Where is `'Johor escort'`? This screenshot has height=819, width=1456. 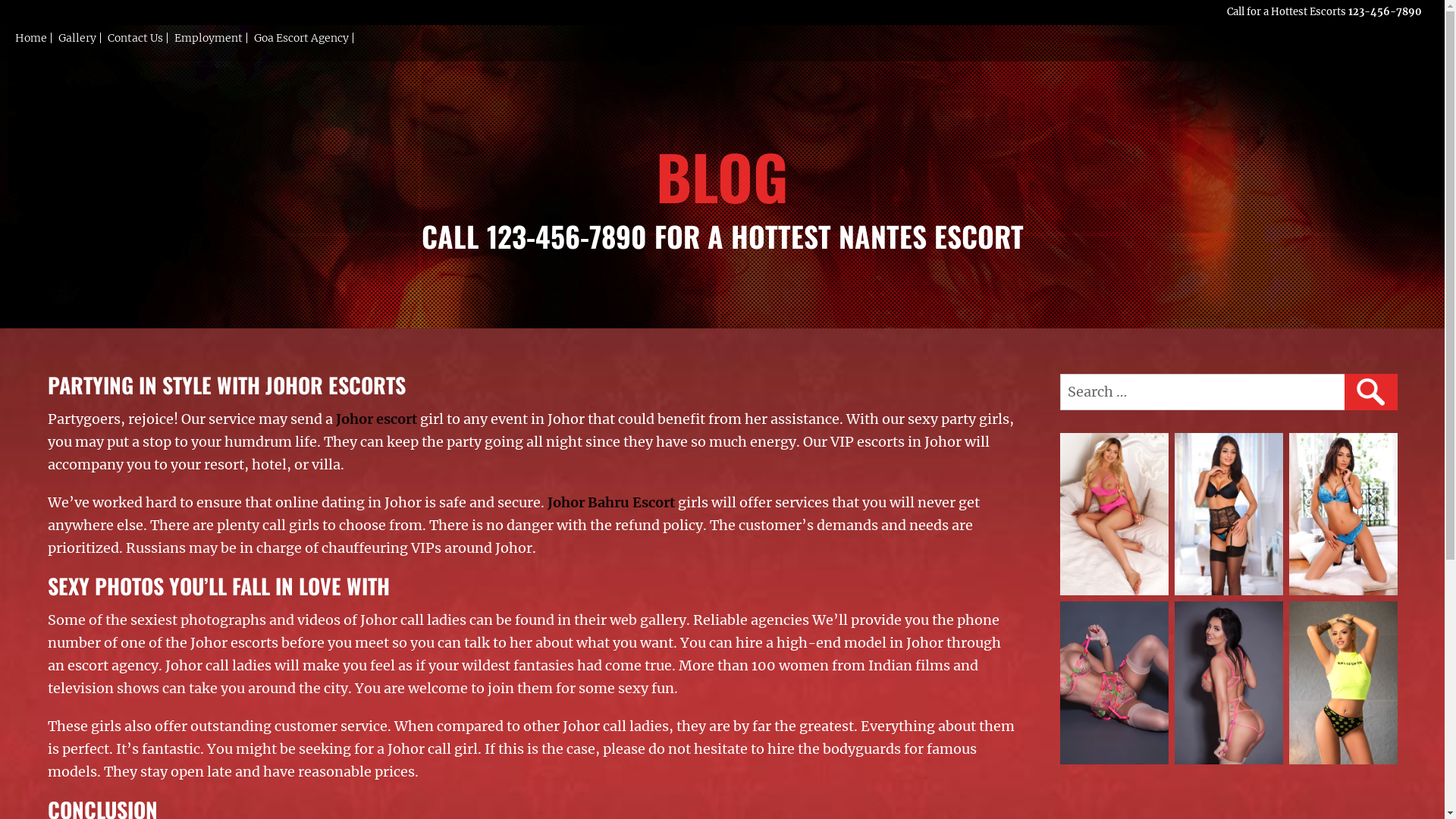
'Johor escort' is located at coordinates (375, 419).